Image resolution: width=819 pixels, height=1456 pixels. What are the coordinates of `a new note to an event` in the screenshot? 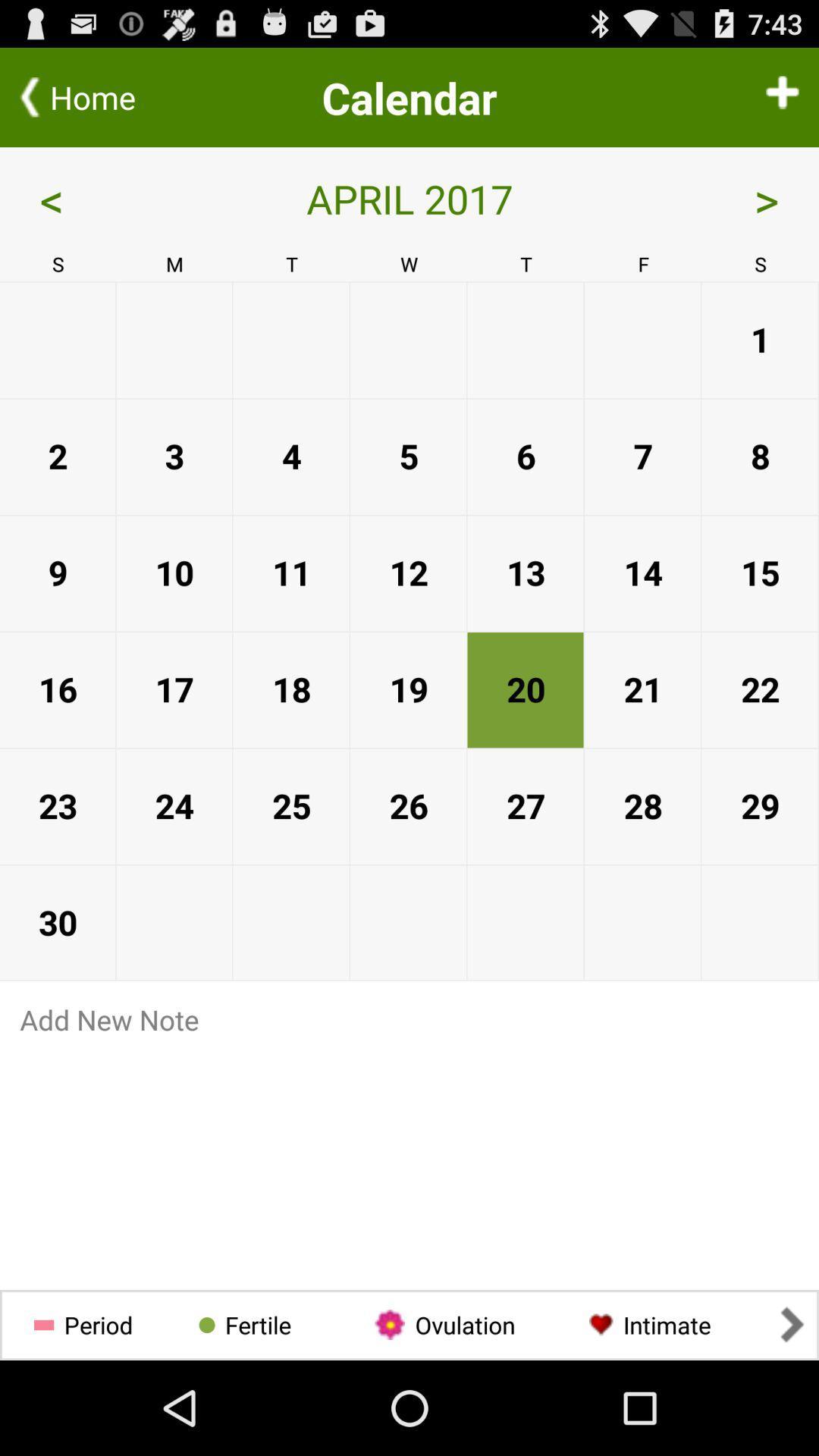 It's located at (409, 1019).